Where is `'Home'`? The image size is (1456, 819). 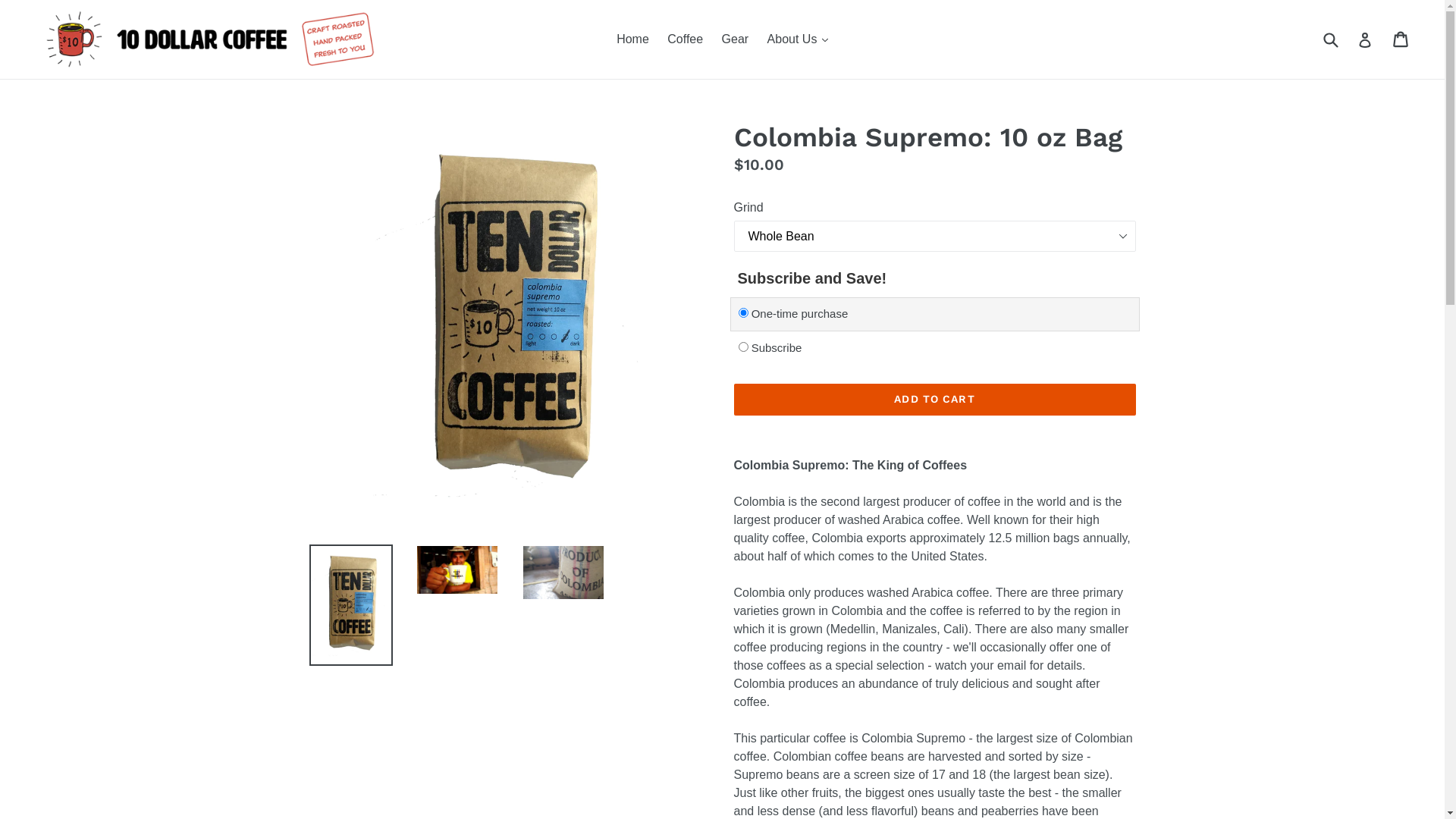 'Home' is located at coordinates (608, 38).